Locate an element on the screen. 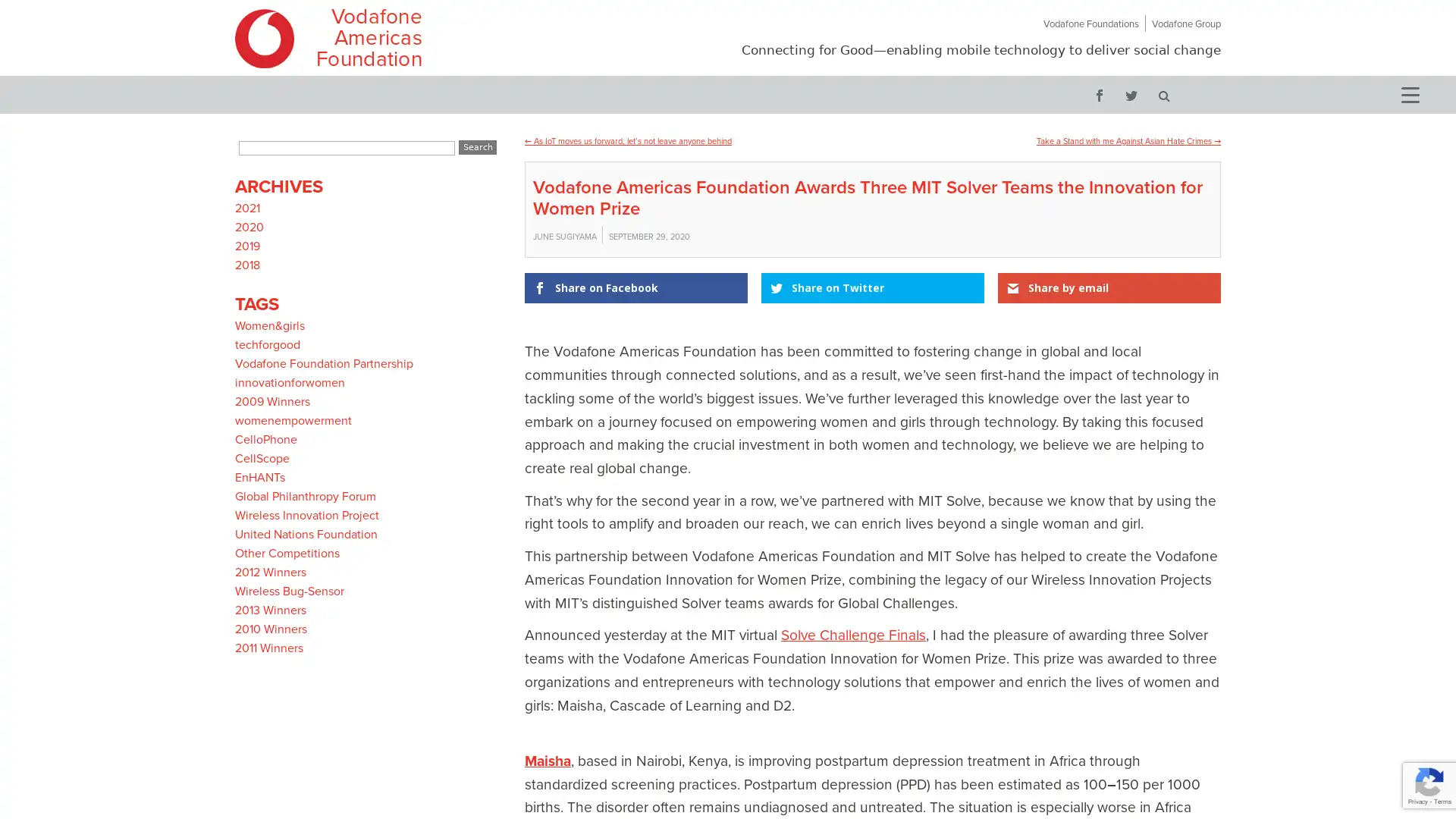  GO is located at coordinates (1163, 94).